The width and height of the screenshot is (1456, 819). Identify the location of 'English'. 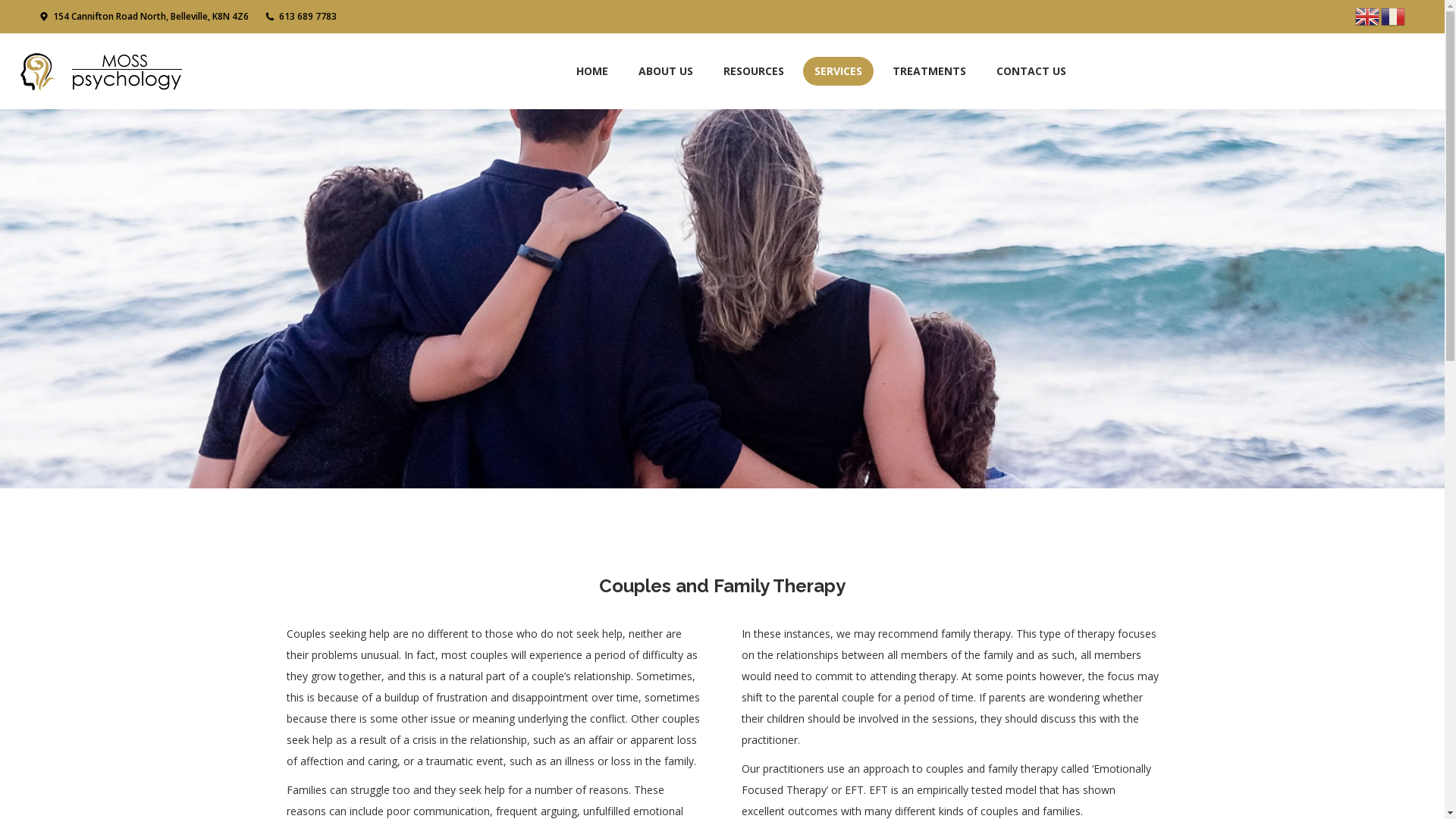
(1368, 15).